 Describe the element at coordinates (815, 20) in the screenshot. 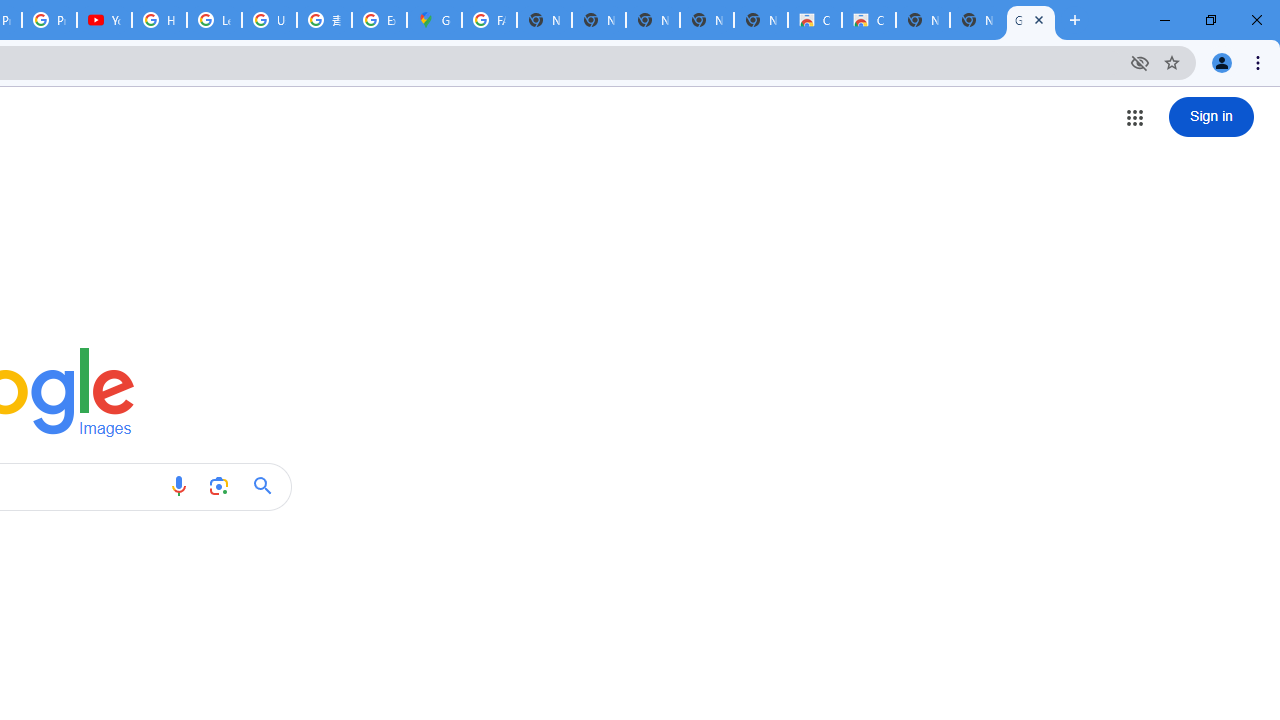

I see `'Classic Blue - Chrome Web Store'` at that location.